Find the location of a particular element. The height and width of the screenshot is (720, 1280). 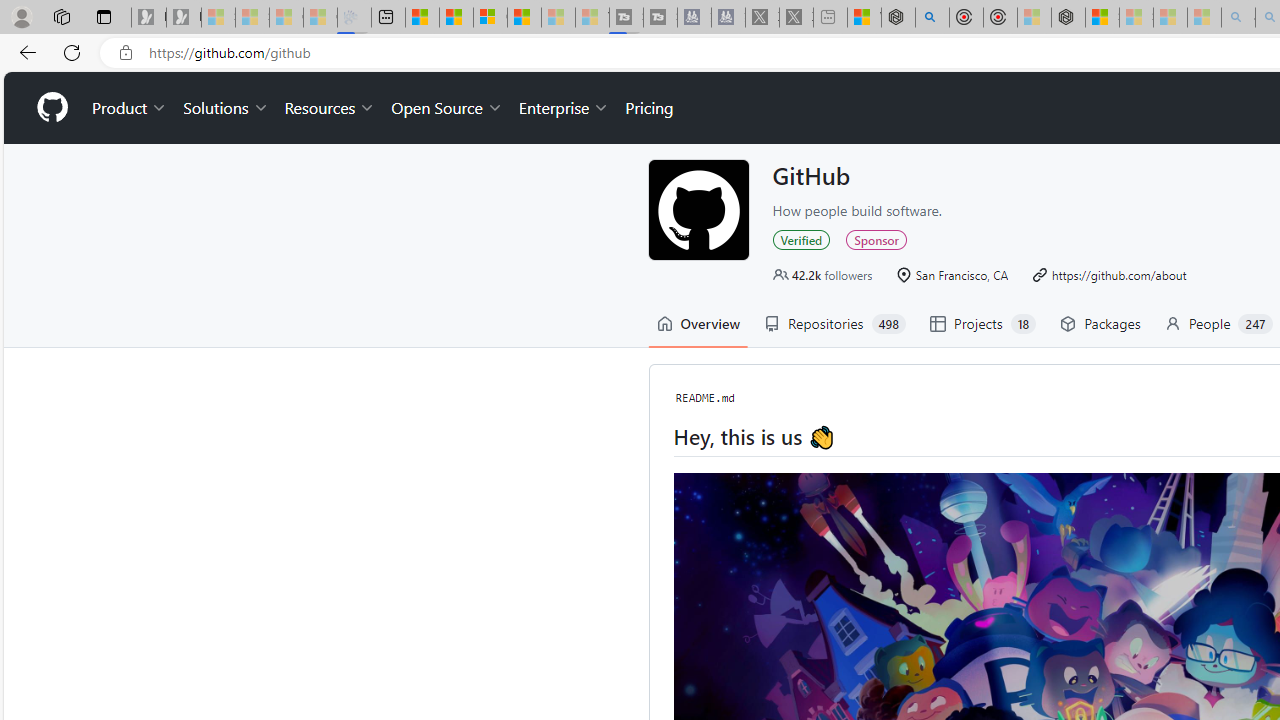

'Verified' is located at coordinates (801, 238).